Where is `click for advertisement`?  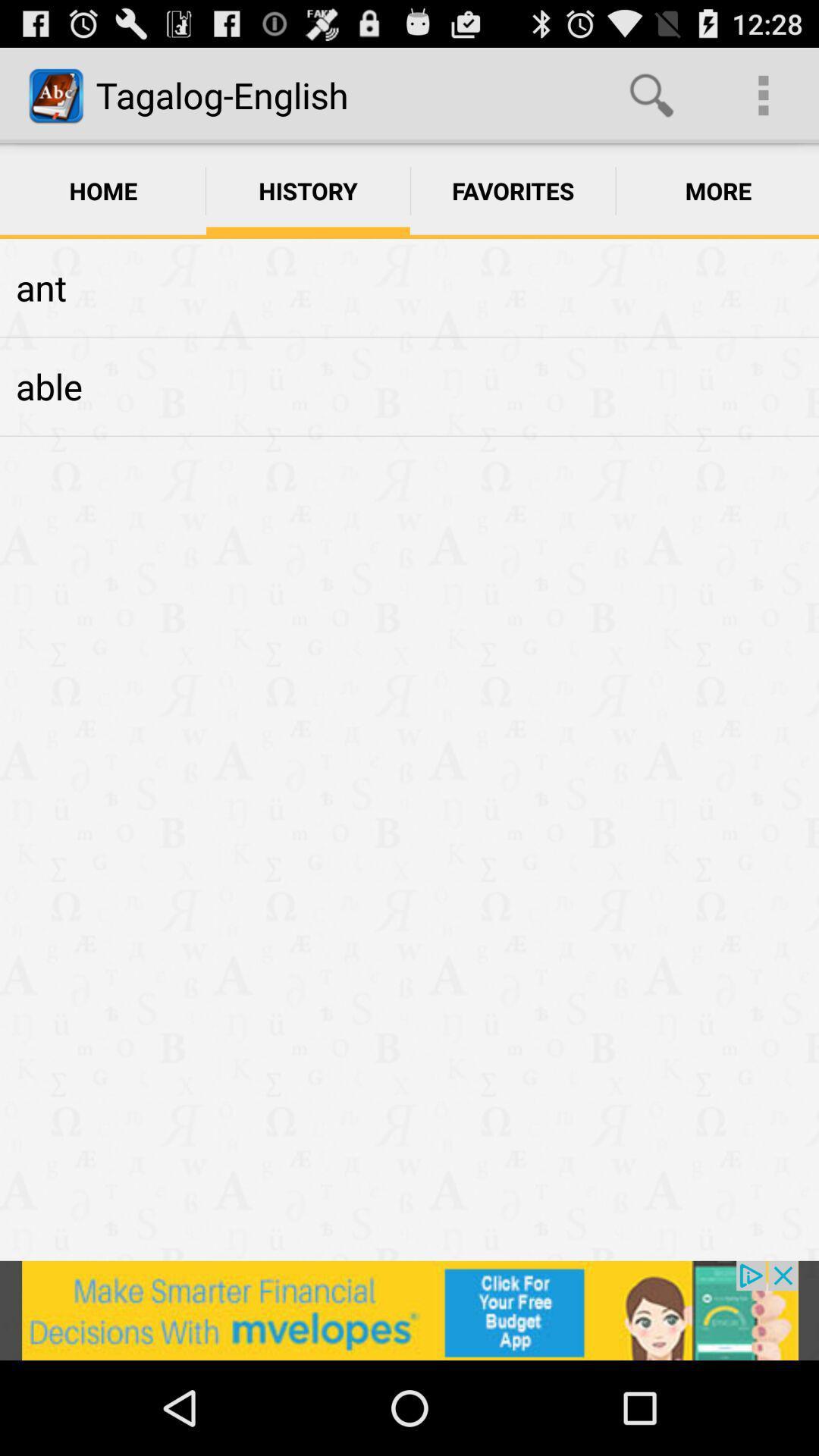
click for advertisement is located at coordinates (409, 1310).